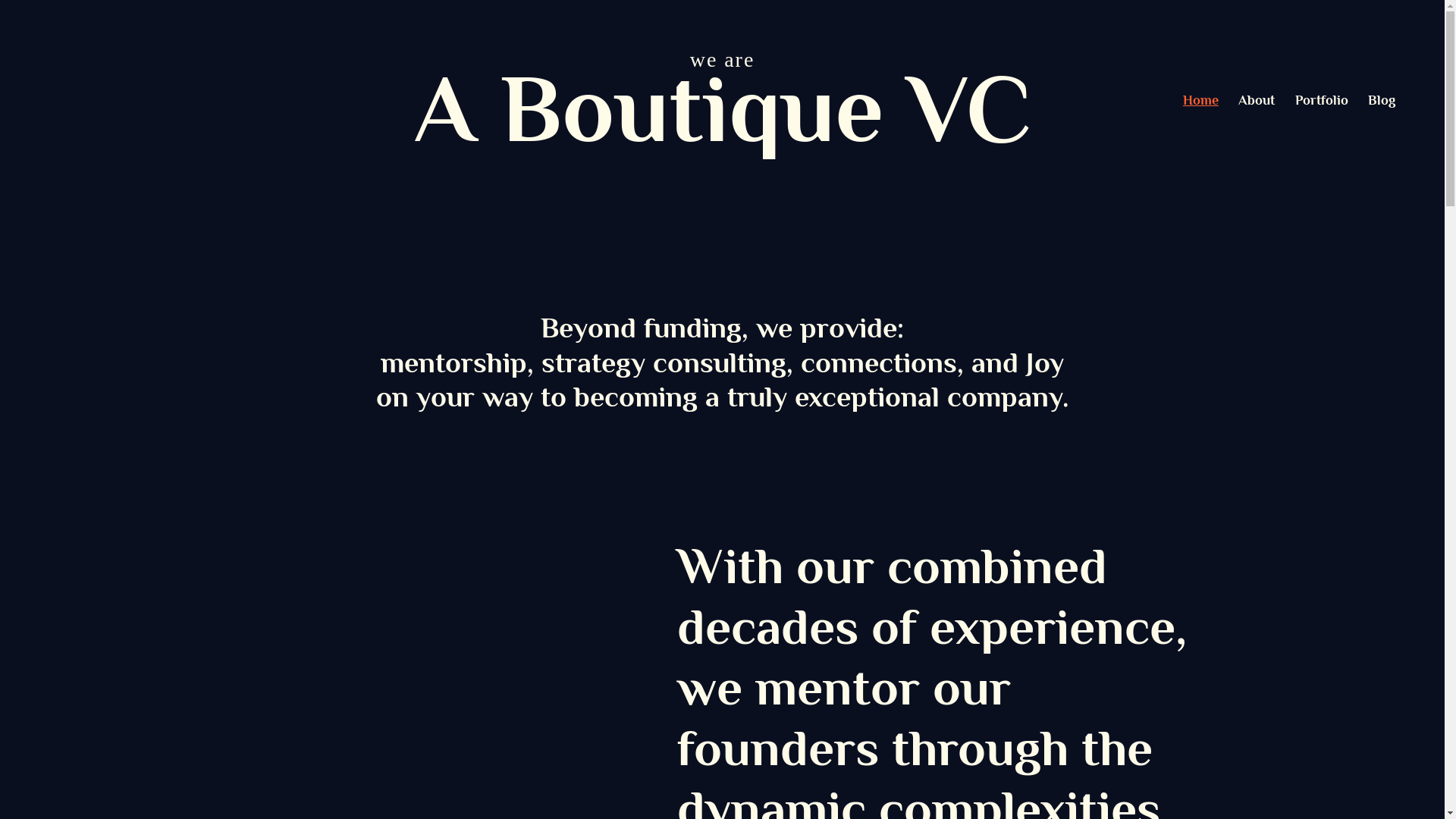  Describe the element at coordinates (1200, 99) in the screenshot. I see `'Home'` at that location.